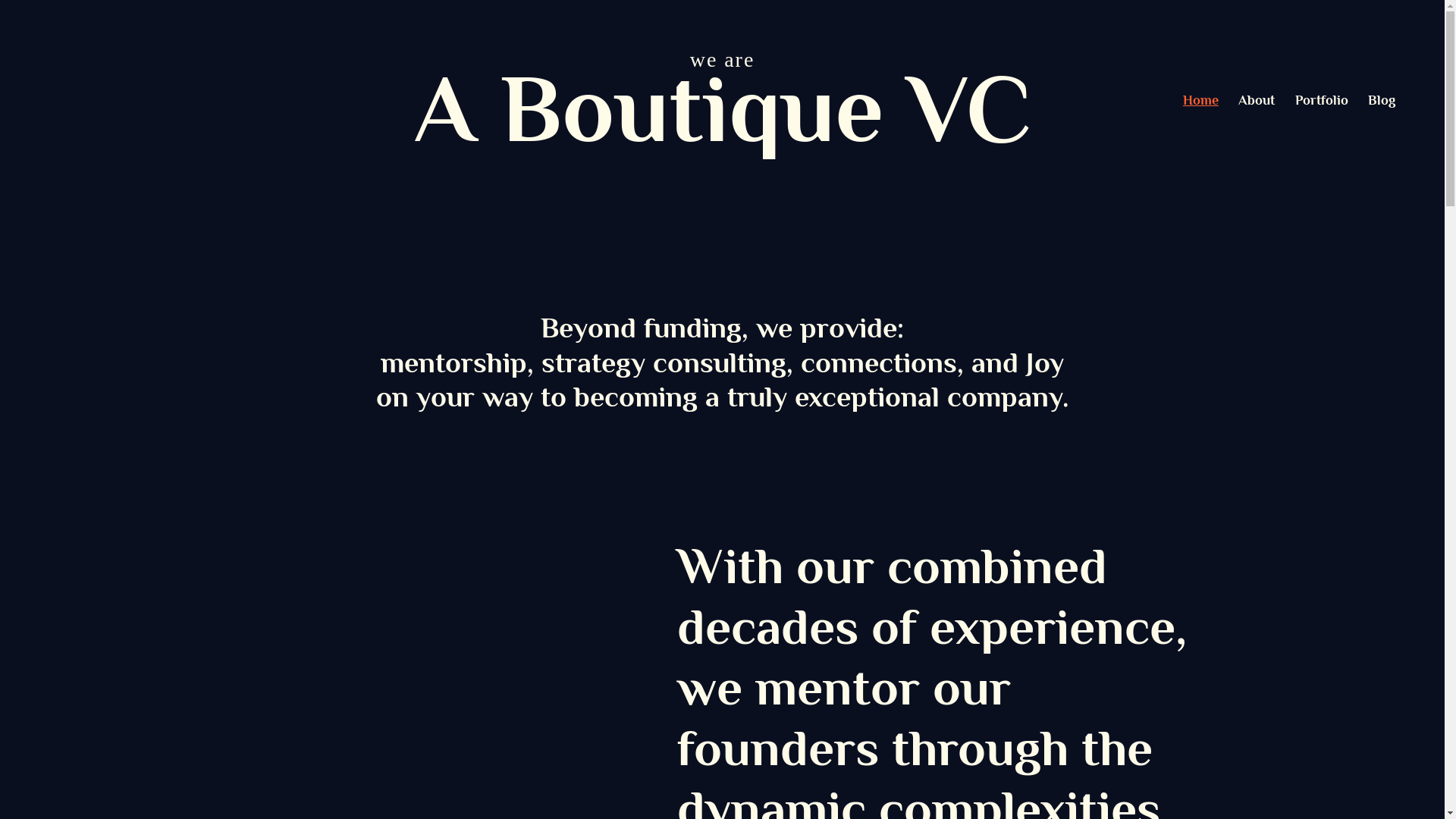  Describe the element at coordinates (1200, 99) in the screenshot. I see `'Home'` at that location.